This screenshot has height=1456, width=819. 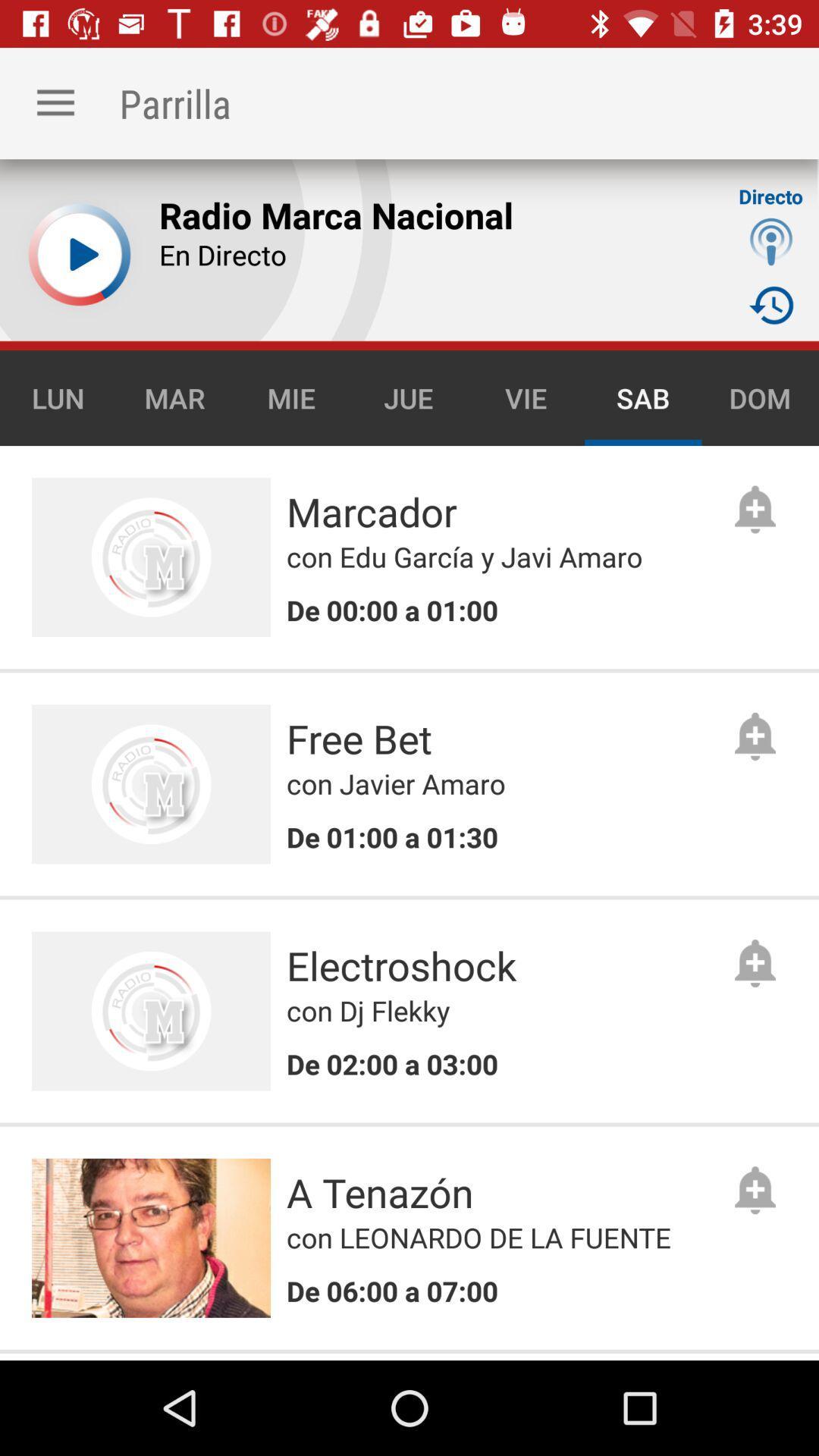 What do you see at coordinates (771, 305) in the screenshot?
I see `timer icon` at bounding box center [771, 305].